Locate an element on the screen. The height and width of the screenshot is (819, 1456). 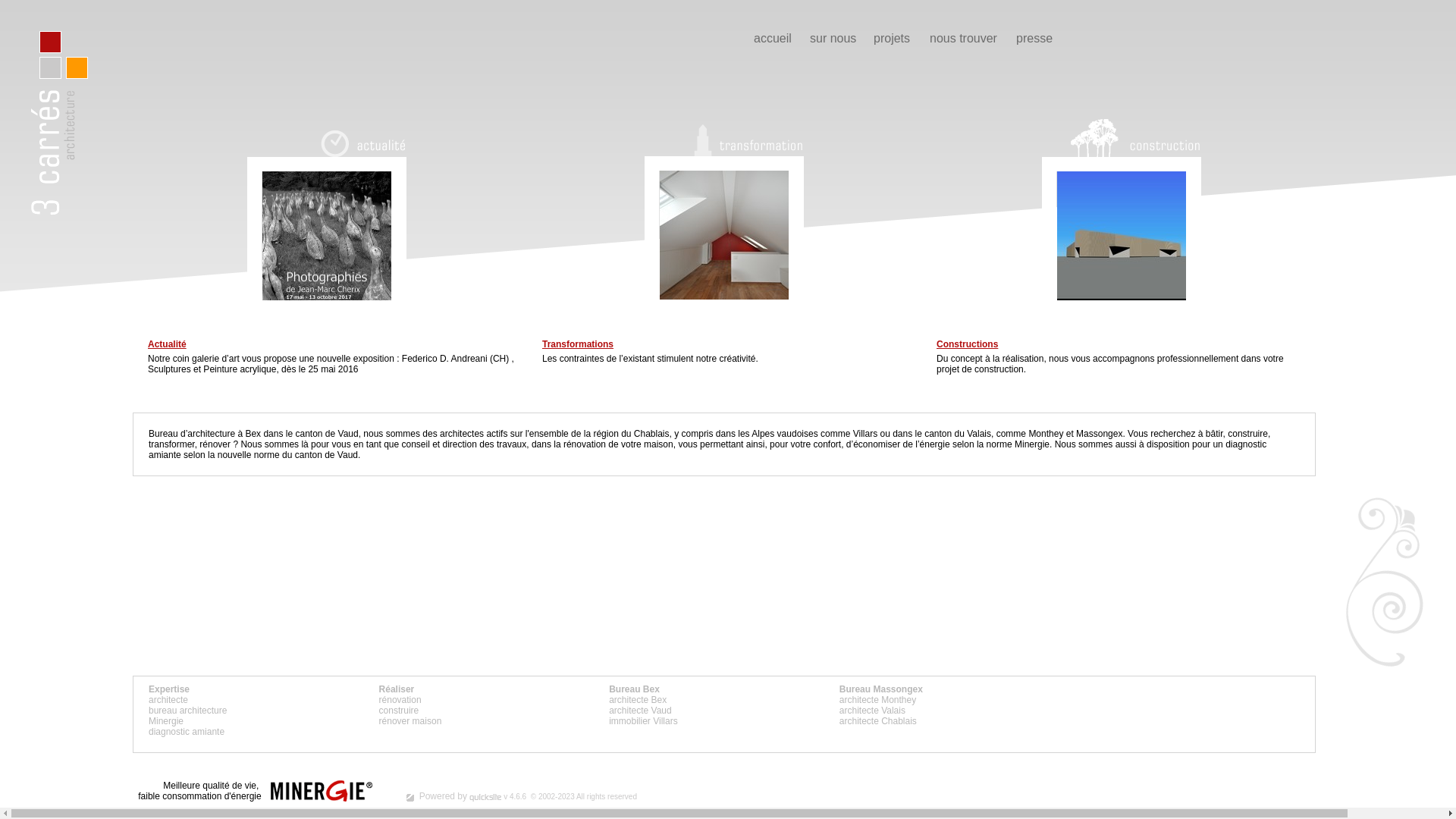
'architectes' is located at coordinates (439, 433).